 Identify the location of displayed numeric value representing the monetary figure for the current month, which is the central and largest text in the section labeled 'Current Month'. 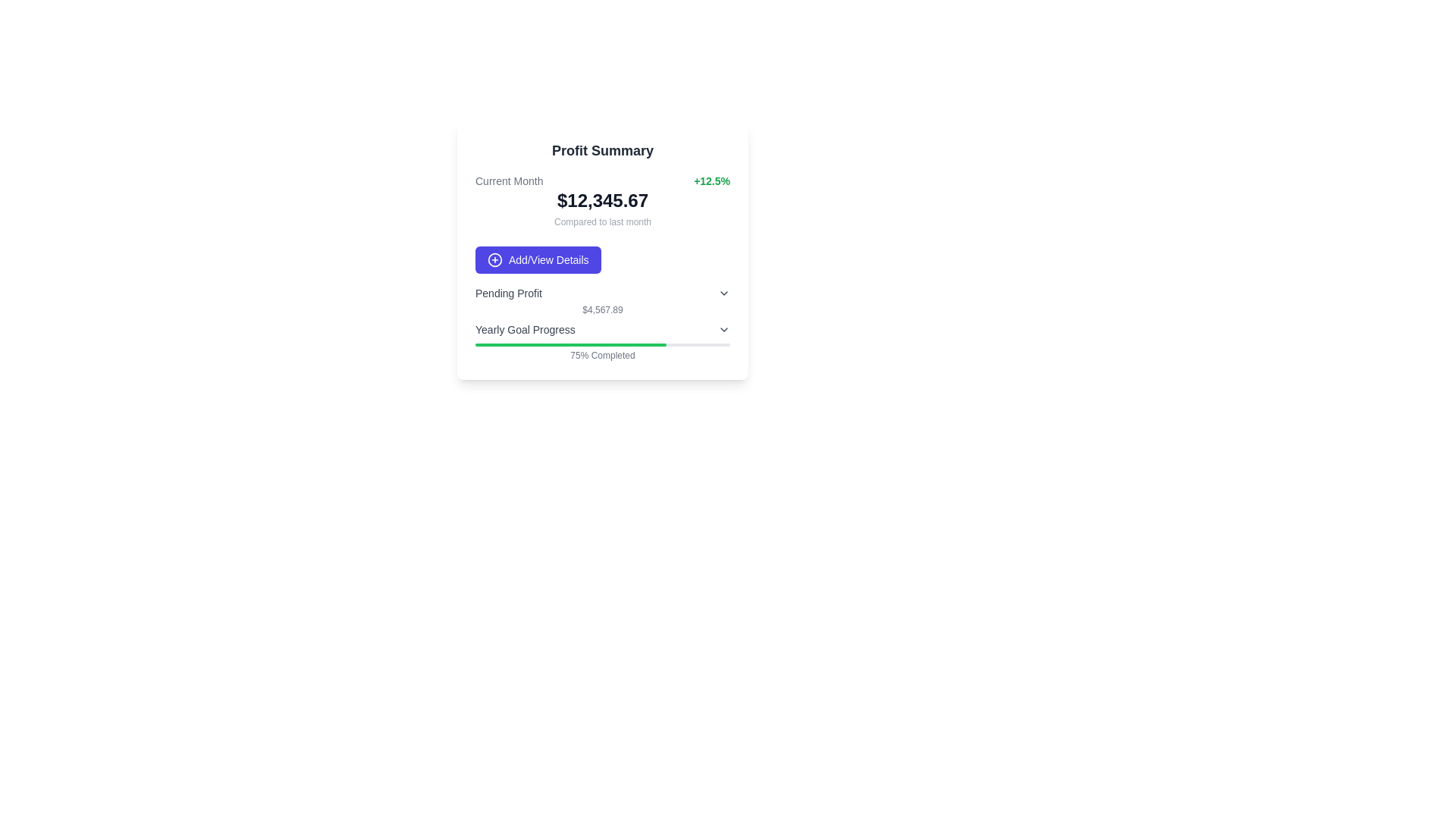
(602, 200).